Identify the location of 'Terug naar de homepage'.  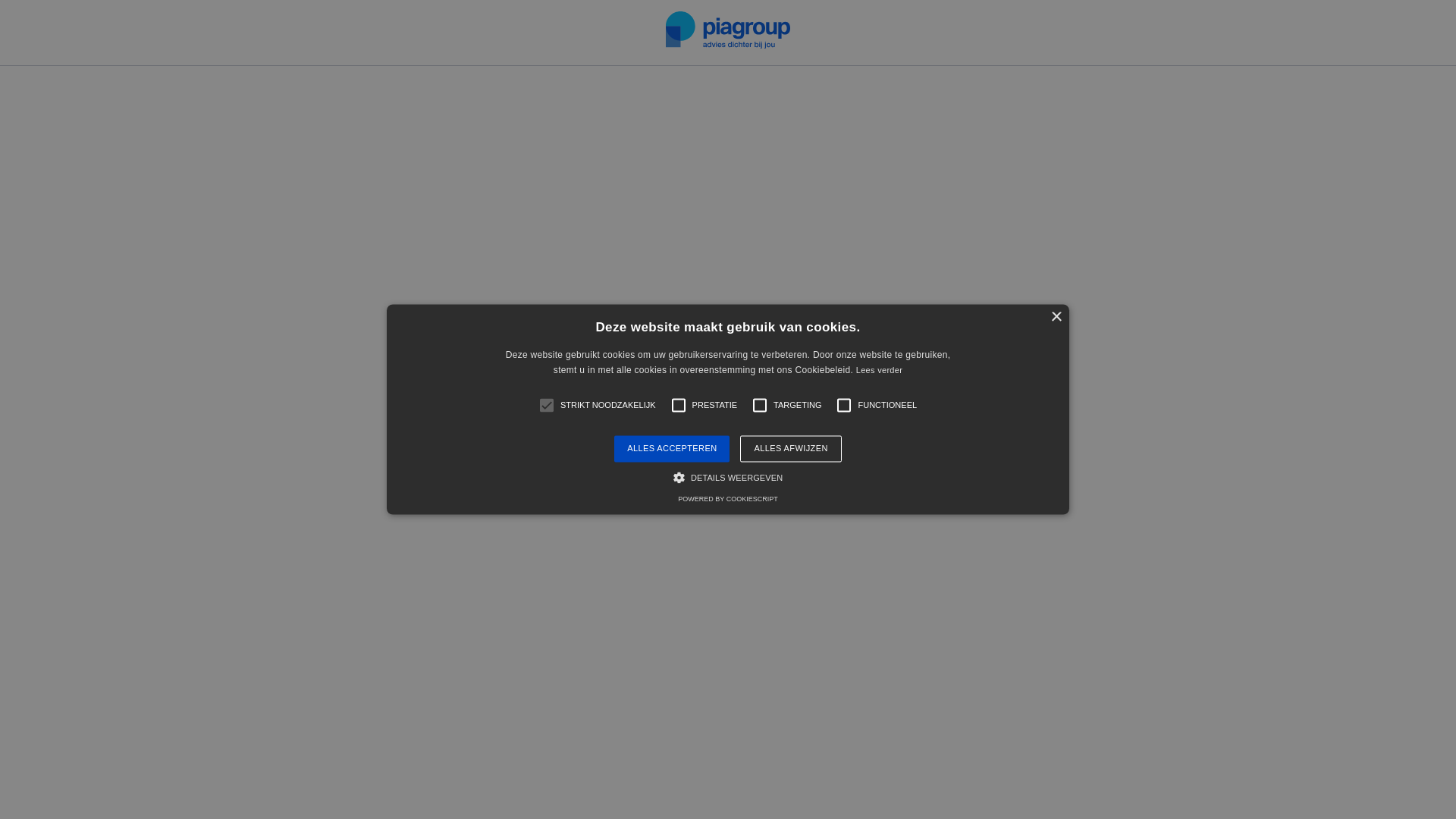
(726, 497).